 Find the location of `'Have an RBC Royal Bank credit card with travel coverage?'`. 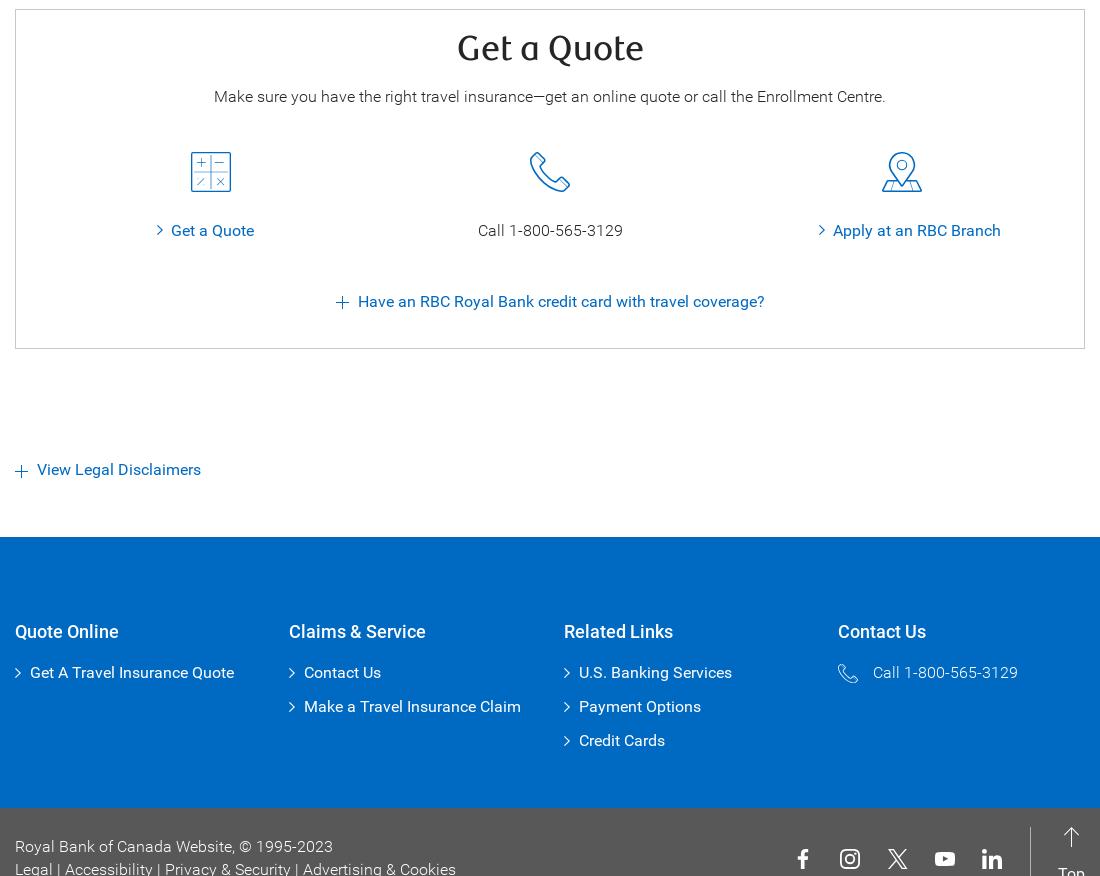

'Have an RBC Royal Bank credit card with travel coverage?' is located at coordinates (356, 300).